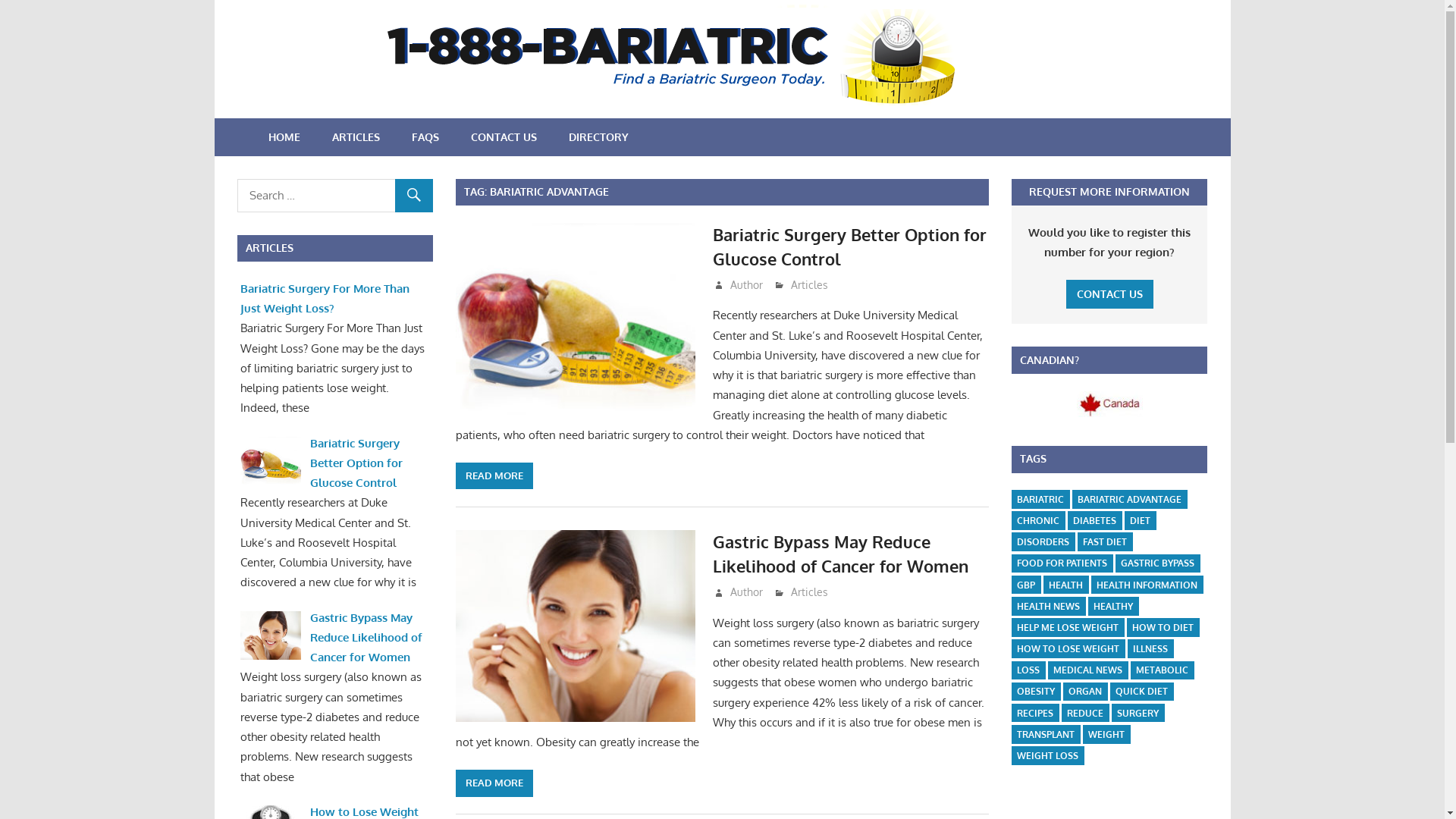 The height and width of the screenshot is (819, 1456). What do you see at coordinates (1076, 541) in the screenshot?
I see `'FAST DIET'` at bounding box center [1076, 541].